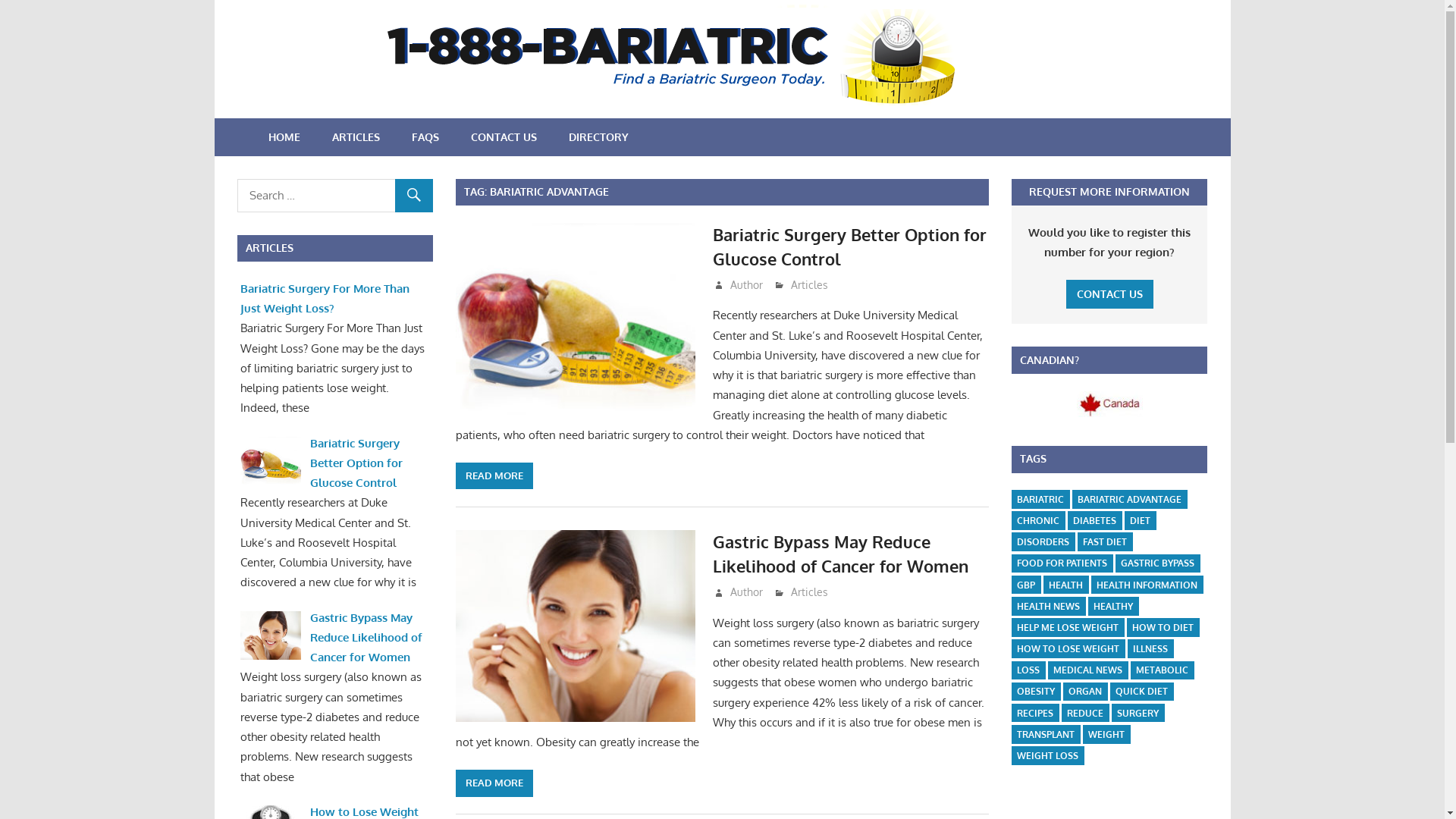 The height and width of the screenshot is (819, 1456). What do you see at coordinates (1076, 541) in the screenshot?
I see `'FAST DIET'` at bounding box center [1076, 541].